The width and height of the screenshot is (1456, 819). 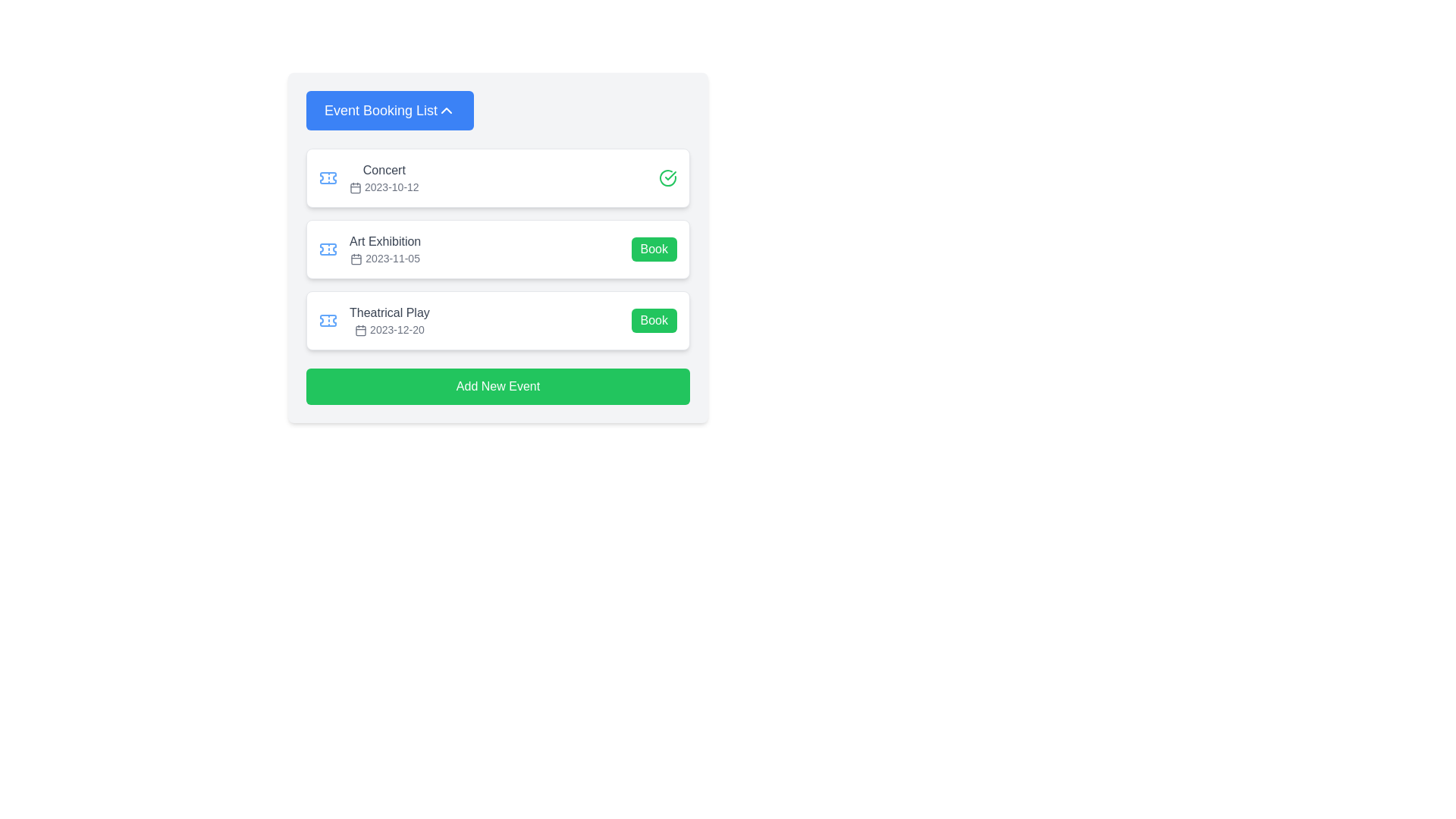 I want to click on the 'Event Booking List' button for keyboard interaction by moving the cursor to its center, so click(x=390, y=110).